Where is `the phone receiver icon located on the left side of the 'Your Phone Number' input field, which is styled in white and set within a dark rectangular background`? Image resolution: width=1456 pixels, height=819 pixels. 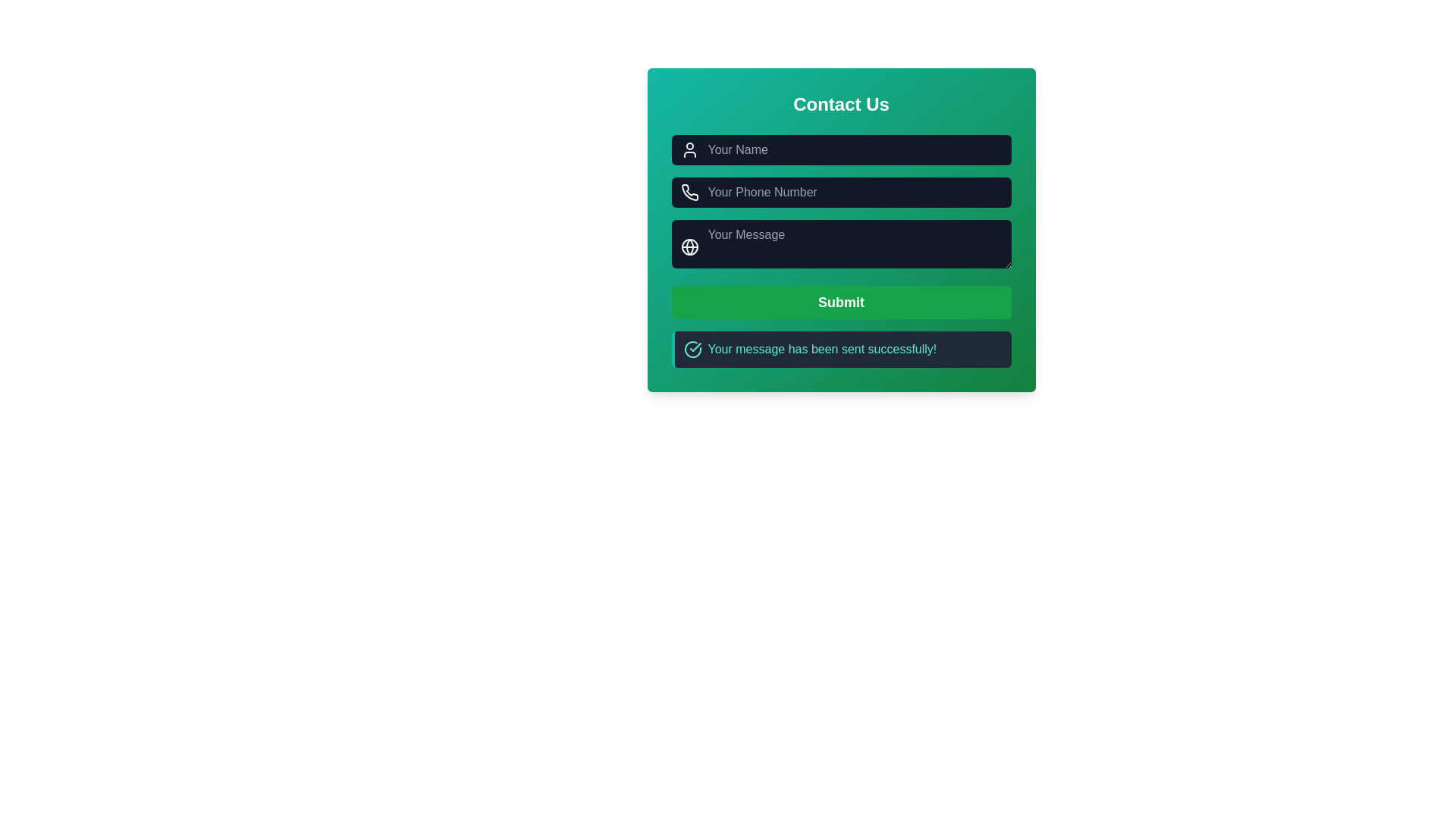 the phone receiver icon located on the left side of the 'Your Phone Number' input field, which is styled in white and set within a dark rectangular background is located at coordinates (689, 191).